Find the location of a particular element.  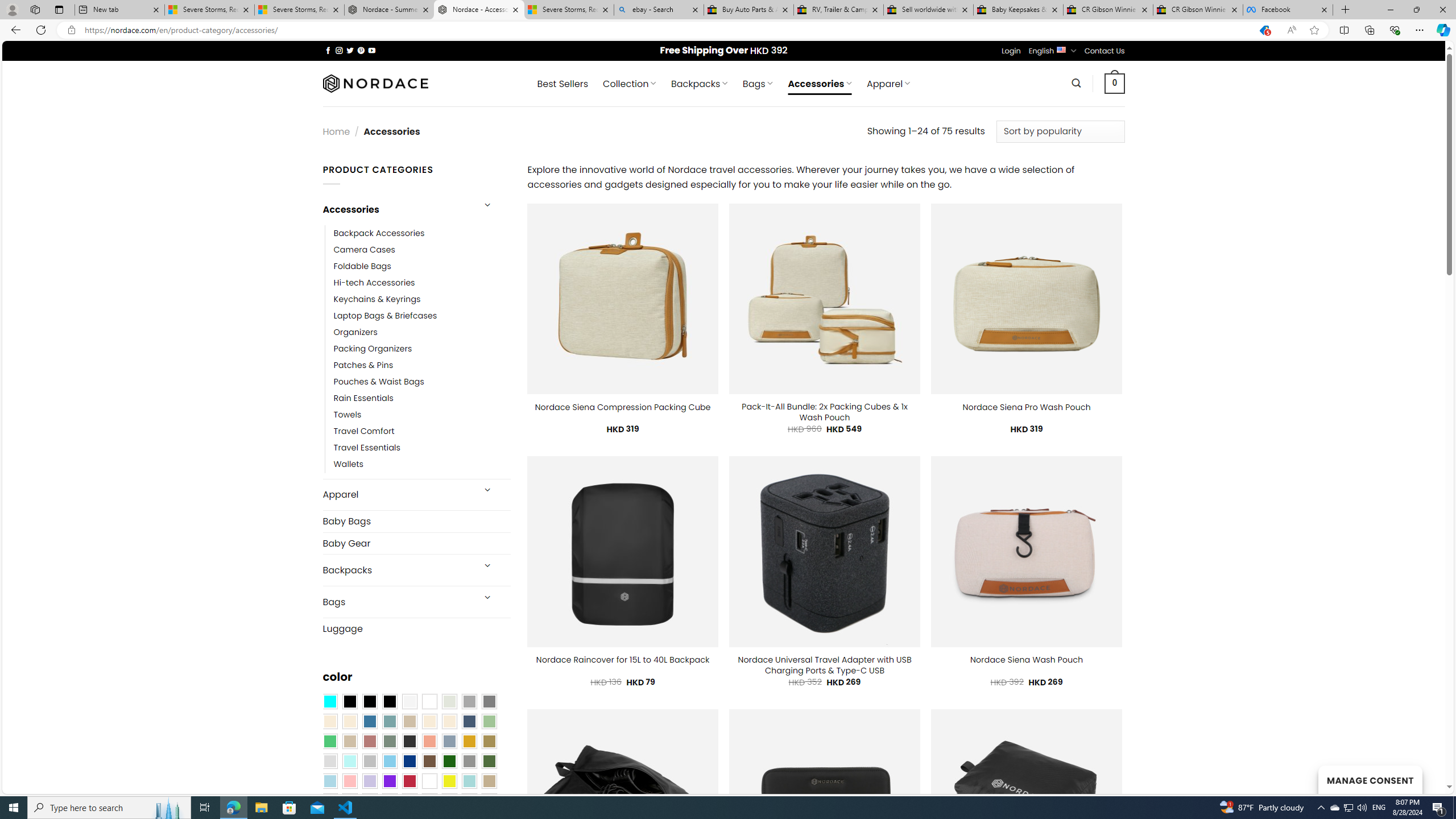

'Wallets' is located at coordinates (348, 464).